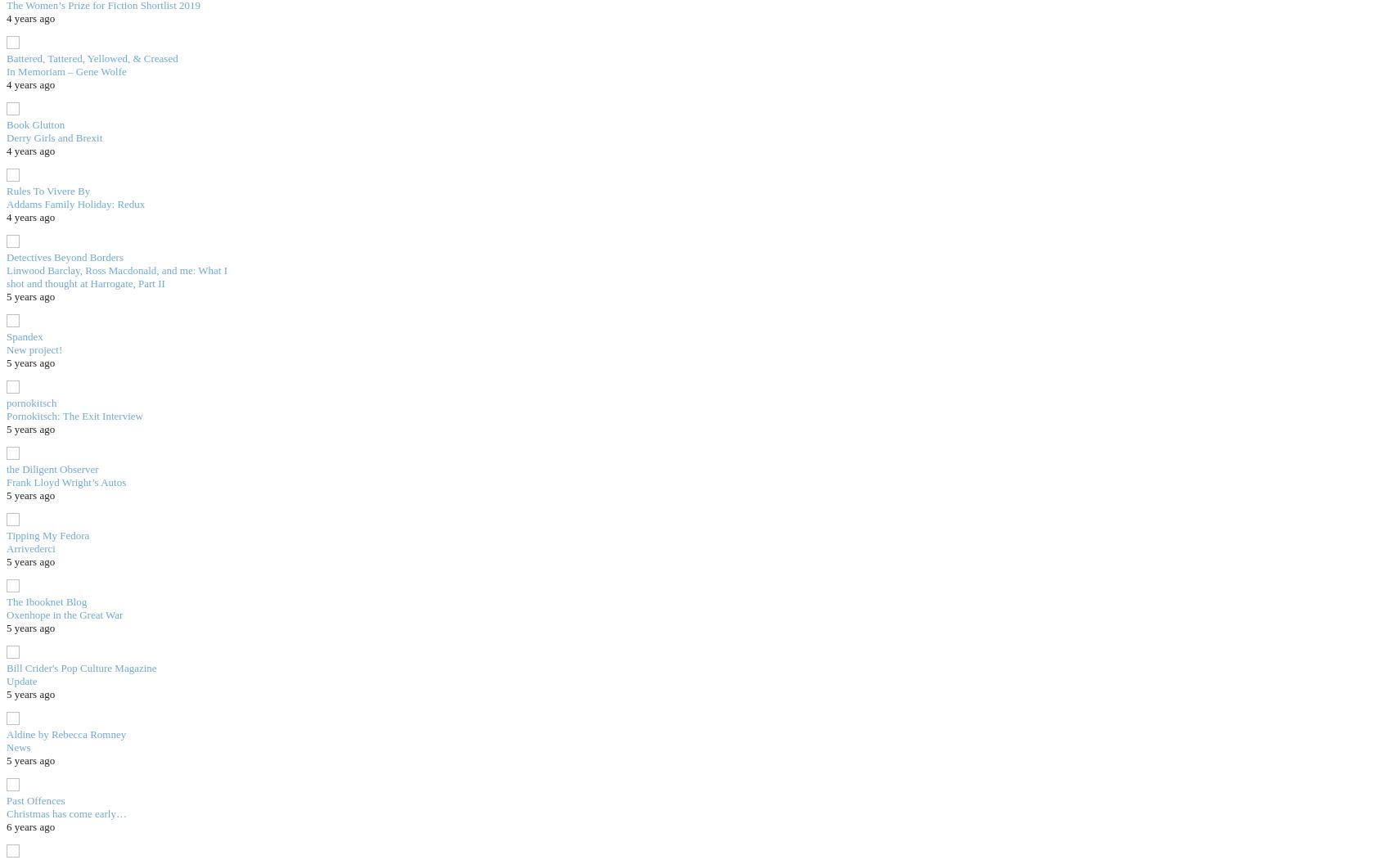 The height and width of the screenshot is (860, 1400). What do you see at coordinates (65, 813) in the screenshot?
I see `'Christmas has come early…'` at bounding box center [65, 813].